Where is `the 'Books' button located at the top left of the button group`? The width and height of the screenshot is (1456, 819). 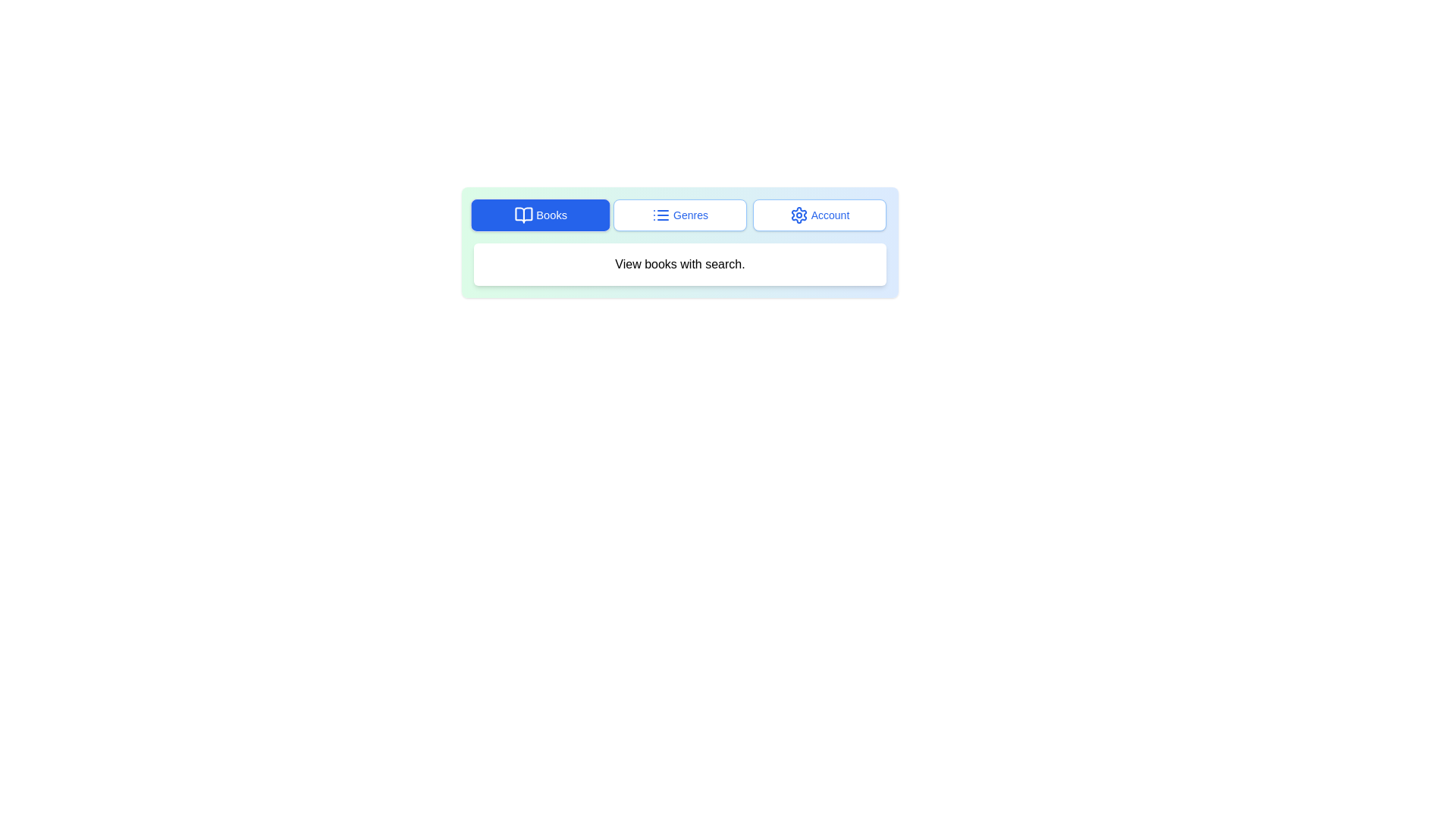 the 'Books' button located at the top left of the button group is located at coordinates (541, 215).